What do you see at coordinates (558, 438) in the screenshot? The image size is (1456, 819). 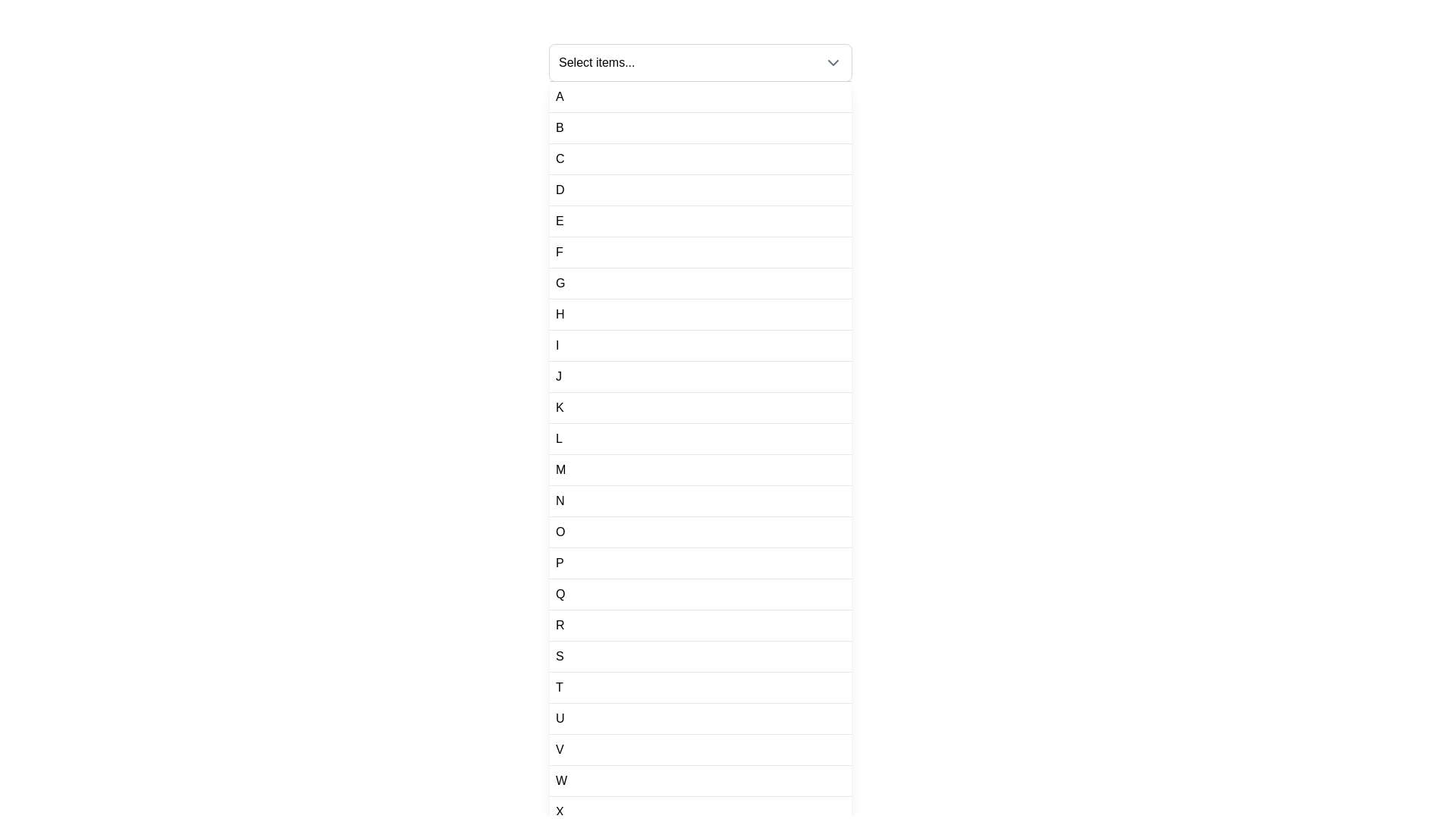 I see `the text label displaying the single character 'L', which is part of a vertical list interface between 'K' and 'M'` at bounding box center [558, 438].